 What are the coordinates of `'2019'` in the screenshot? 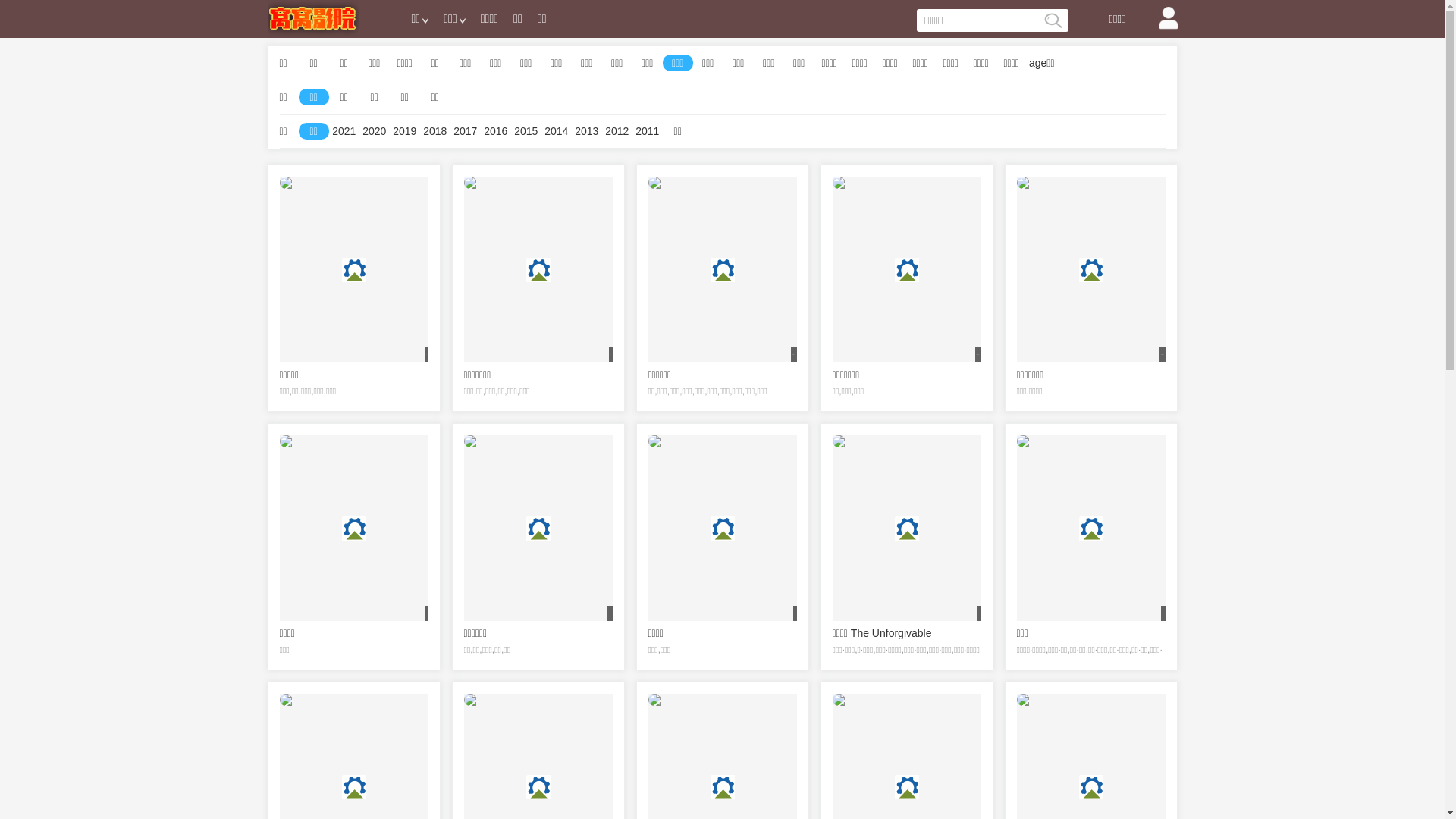 It's located at (404, 130).